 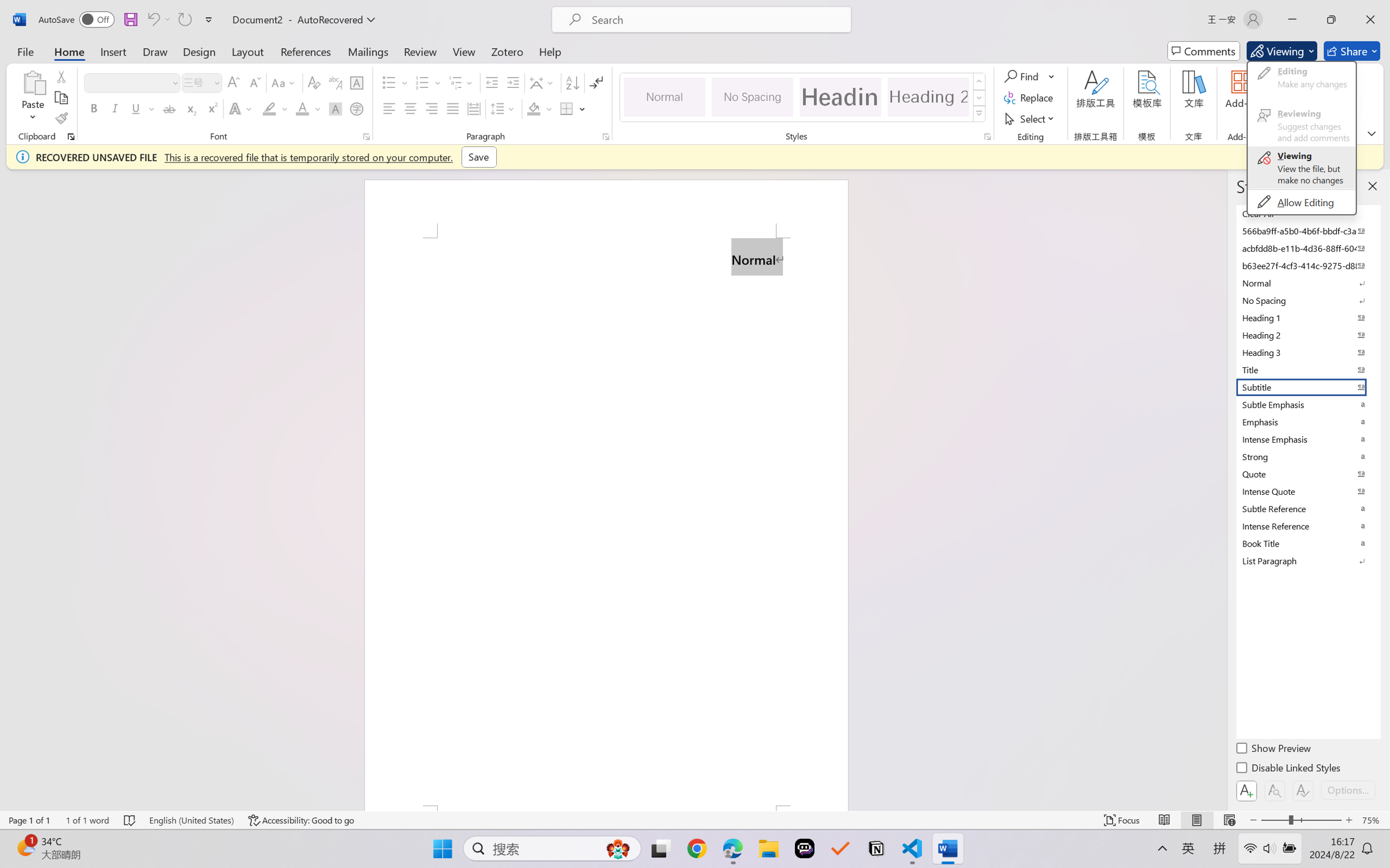 I want to click on 'Asian Layout', so click(x=542, y=83).